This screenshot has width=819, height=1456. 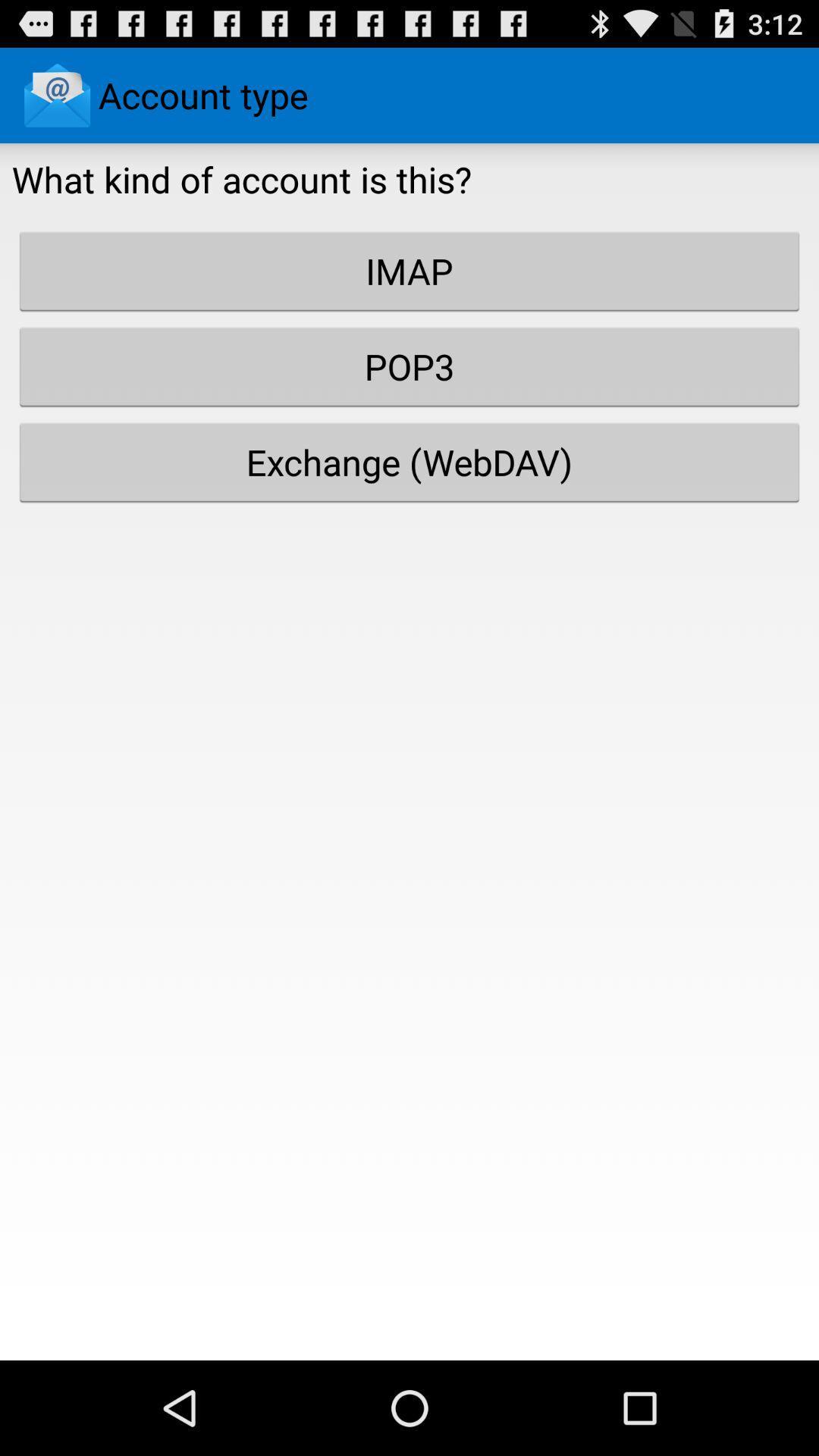 I want to click on exchange (webdav) icon, so click(x=409, y=461).